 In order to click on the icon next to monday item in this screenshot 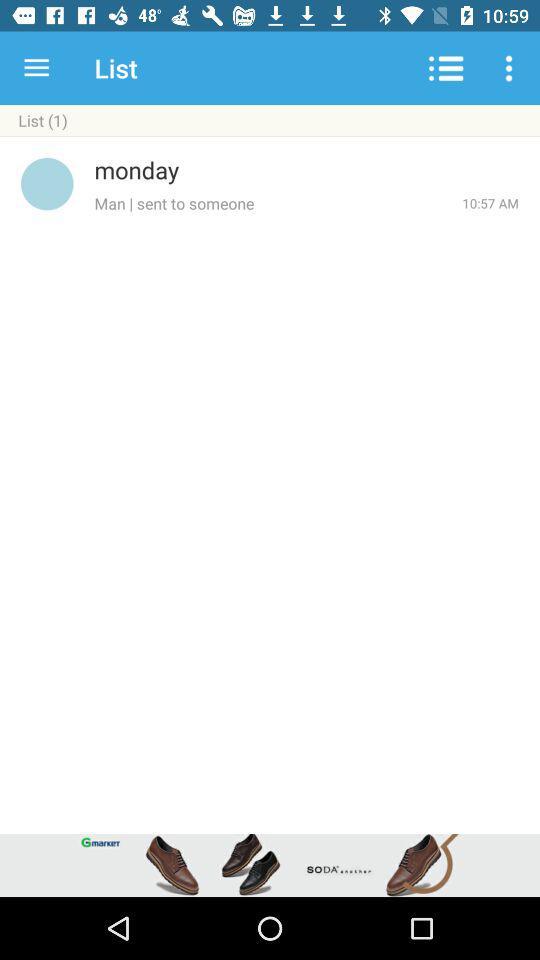, I will do `click(47, 184)`.